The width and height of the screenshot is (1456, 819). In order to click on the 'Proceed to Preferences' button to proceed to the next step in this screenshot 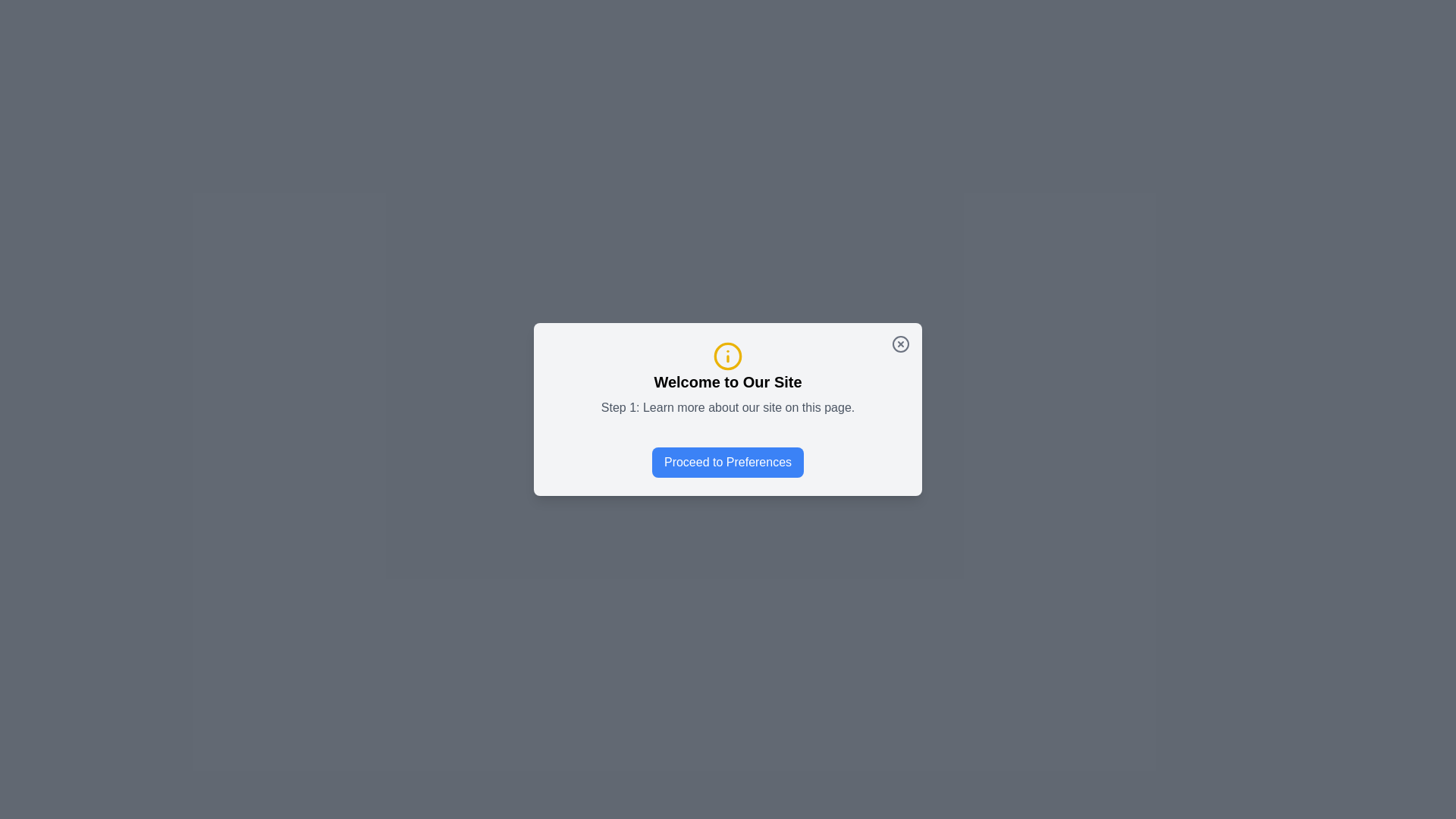, I will do `click(728, 461)`.